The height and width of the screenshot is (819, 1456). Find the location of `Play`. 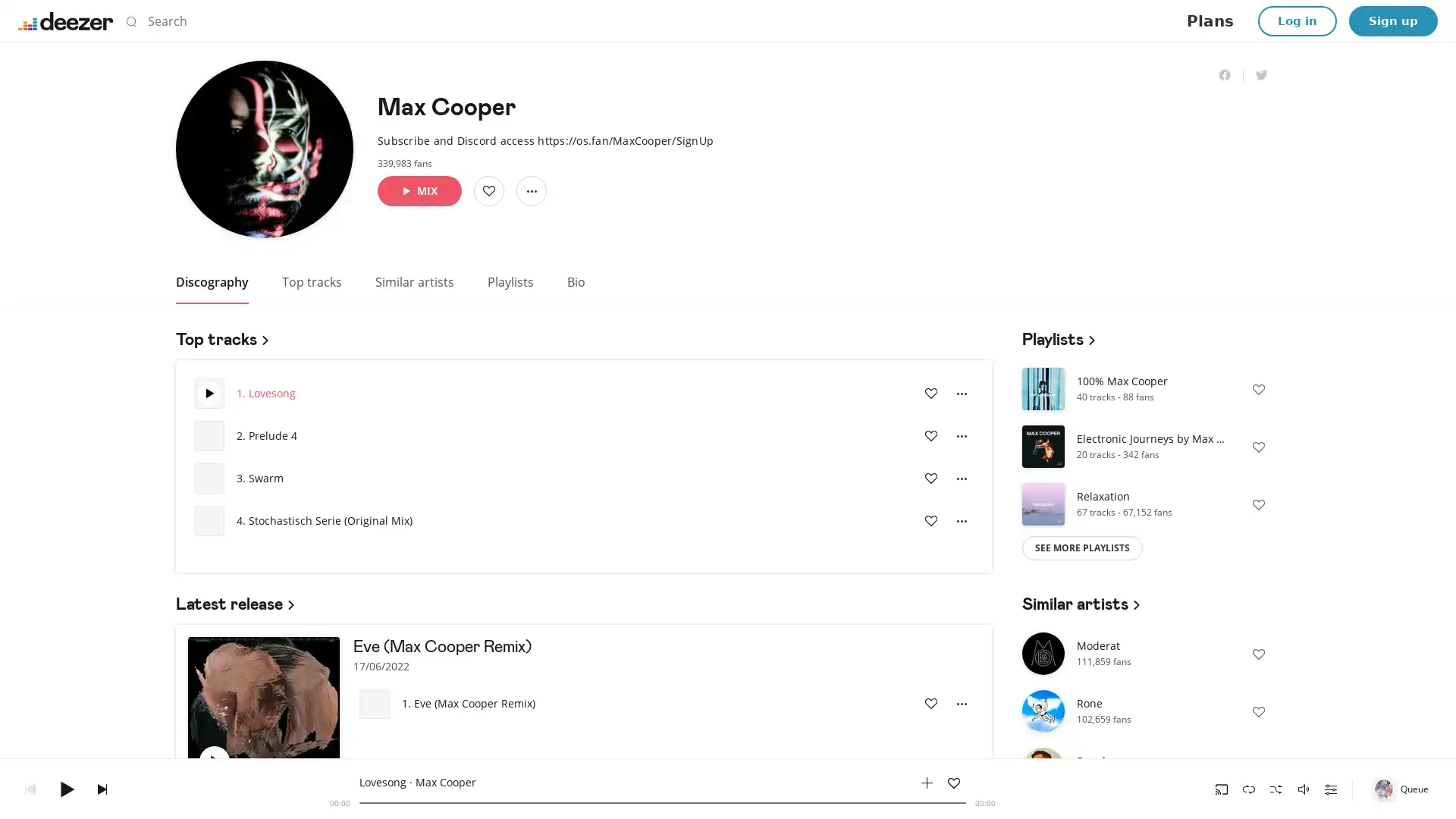

Play is located at coordinates (214, 761).